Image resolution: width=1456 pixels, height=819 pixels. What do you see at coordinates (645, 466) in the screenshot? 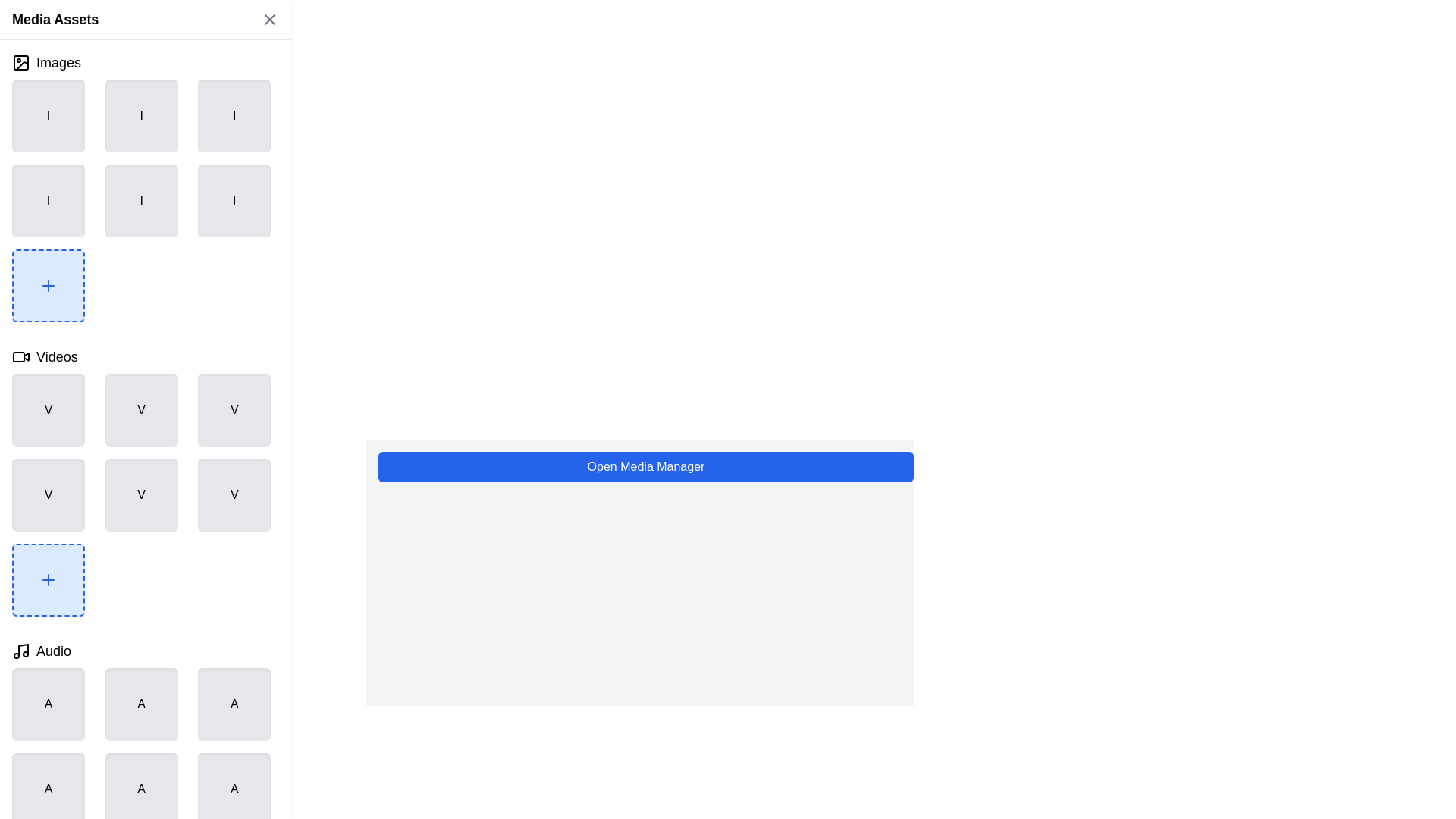
I see `the blue button labeled 'Open Media Manager'` at bounding box center [645, 466].